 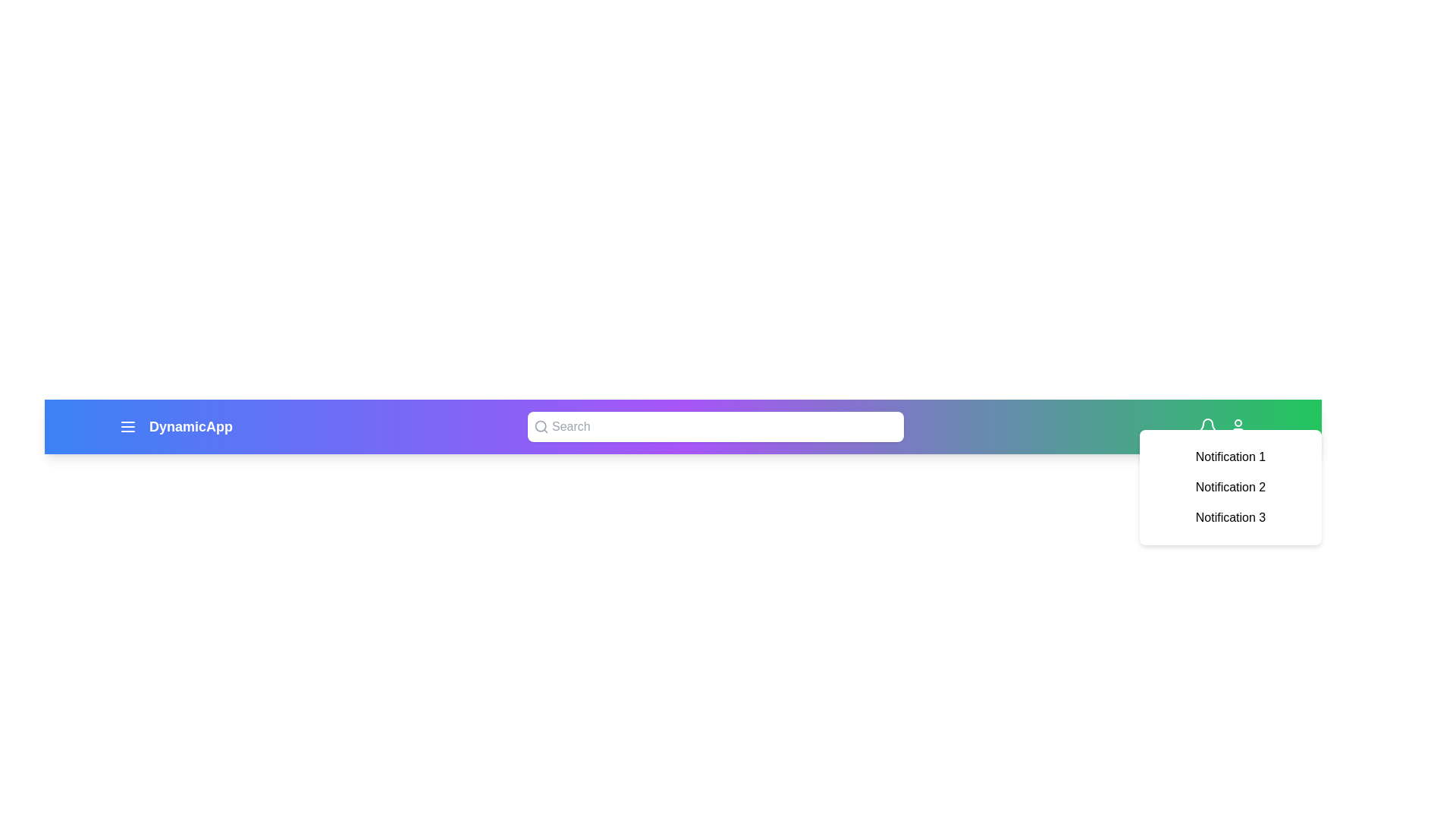 What do you see at coordinates (1207, 427) in the screenshot?
I see `the bell icon to toggle the notifications panel visibility` at bounding box center [1207, 427].